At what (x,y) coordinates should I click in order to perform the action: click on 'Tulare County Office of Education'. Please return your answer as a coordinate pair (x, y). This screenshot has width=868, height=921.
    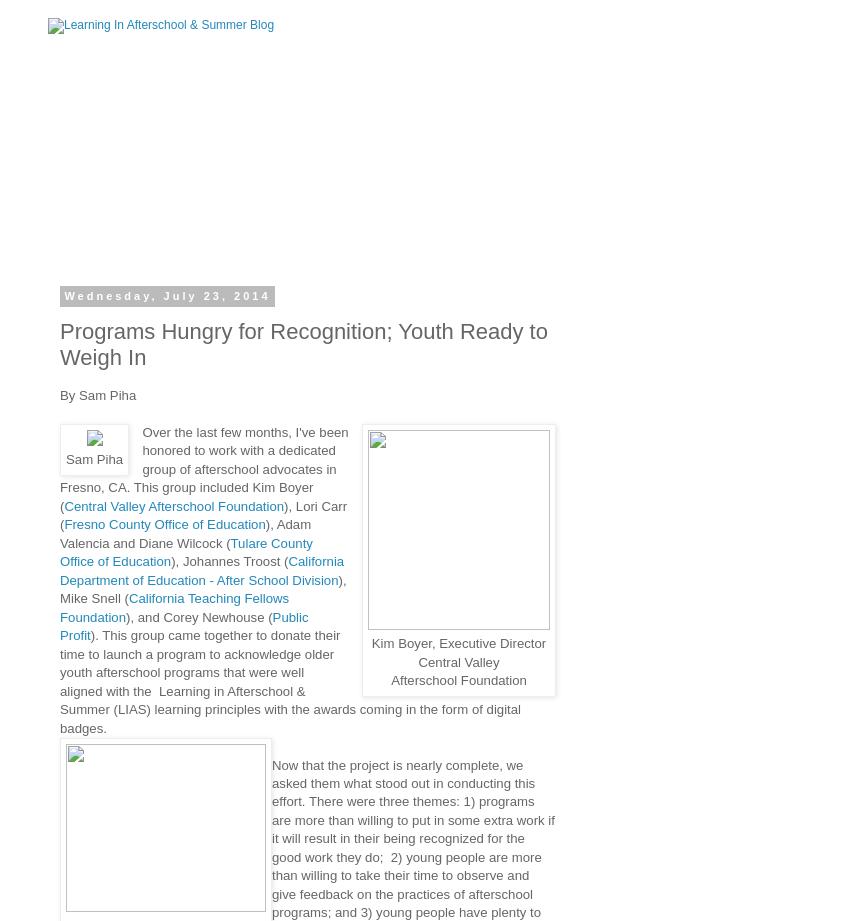
    Looking at the image, I should click on (186, 550).